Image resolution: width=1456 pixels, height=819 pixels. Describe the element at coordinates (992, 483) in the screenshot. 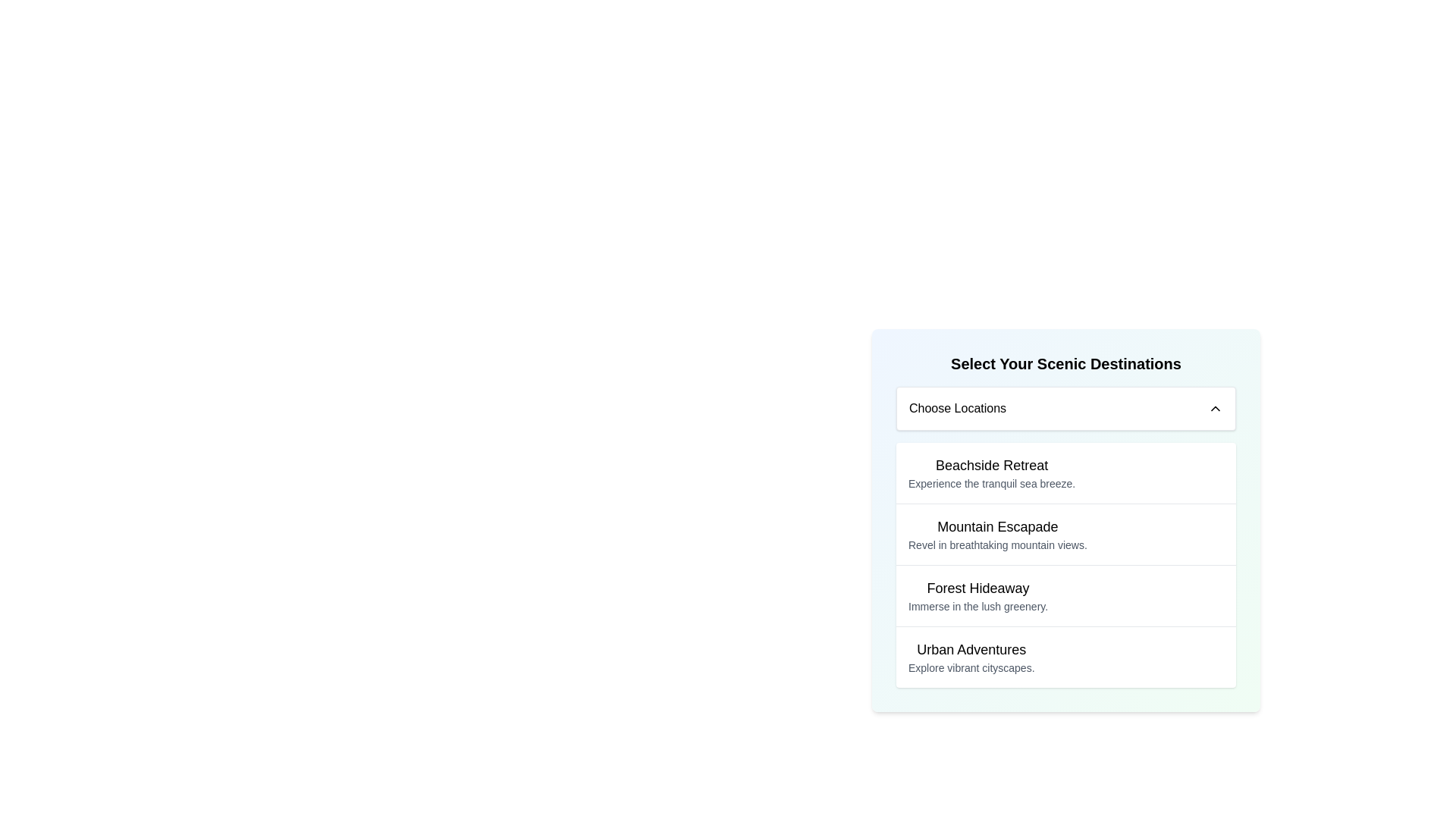

I see `the descriptive text that reads 'Experience the tranquil sea breeze.' located beneath the 'Beachside Retreat' heading` at that location.